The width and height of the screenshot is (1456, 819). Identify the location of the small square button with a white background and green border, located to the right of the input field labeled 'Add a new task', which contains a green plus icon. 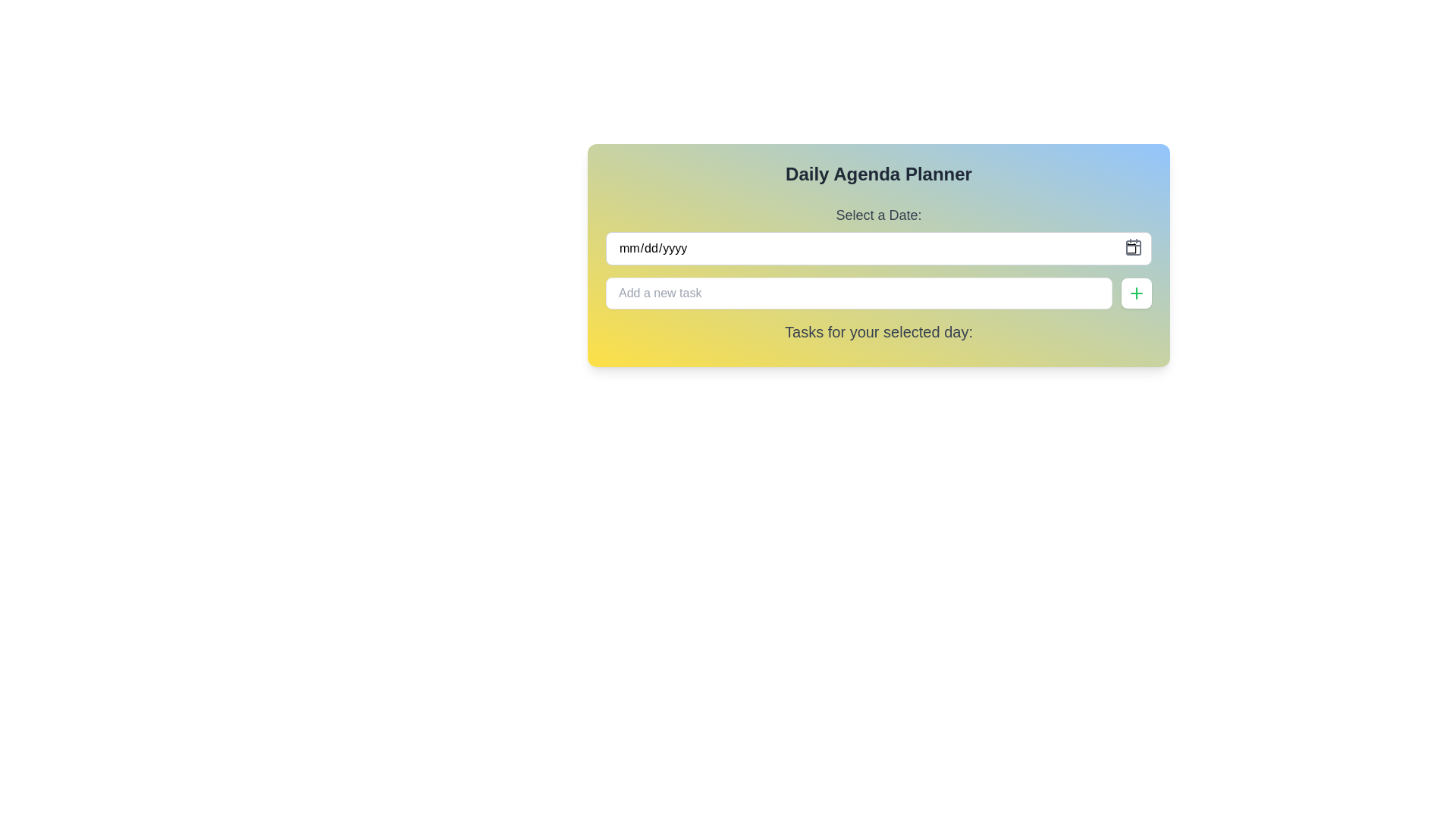
(1136, 293).